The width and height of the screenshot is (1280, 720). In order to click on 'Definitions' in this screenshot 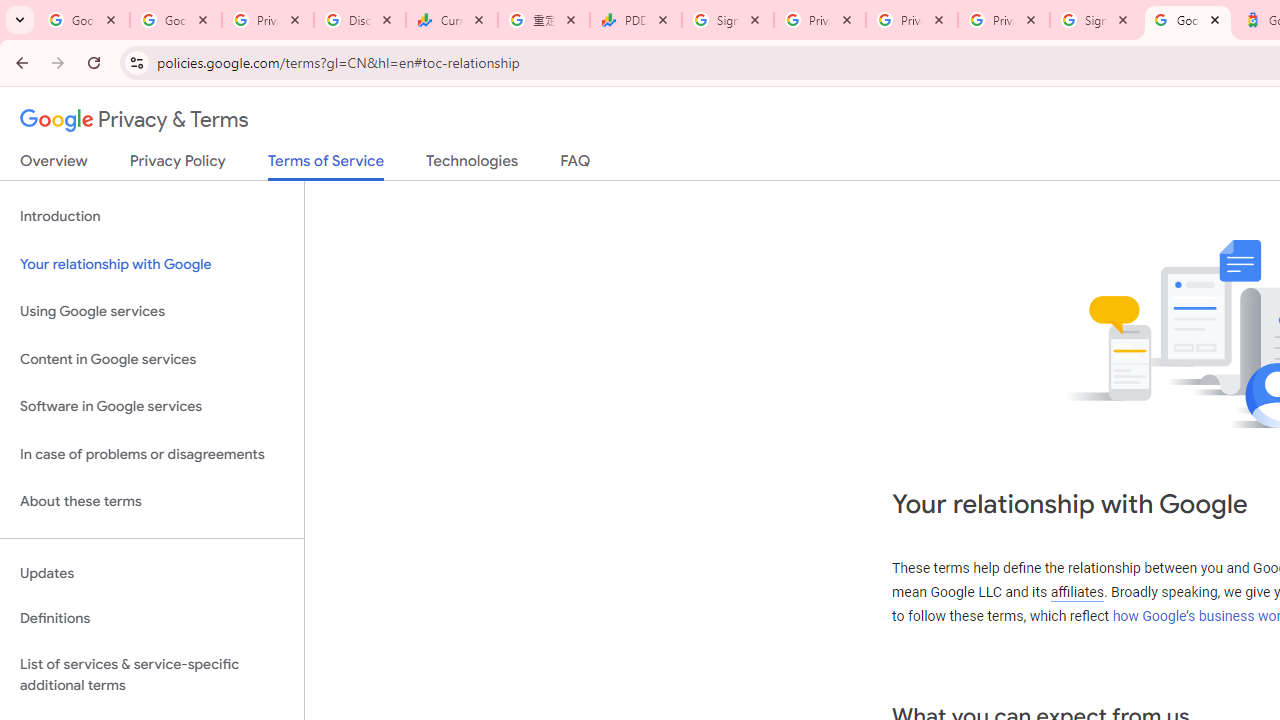, I will do `click(151, 618)`.